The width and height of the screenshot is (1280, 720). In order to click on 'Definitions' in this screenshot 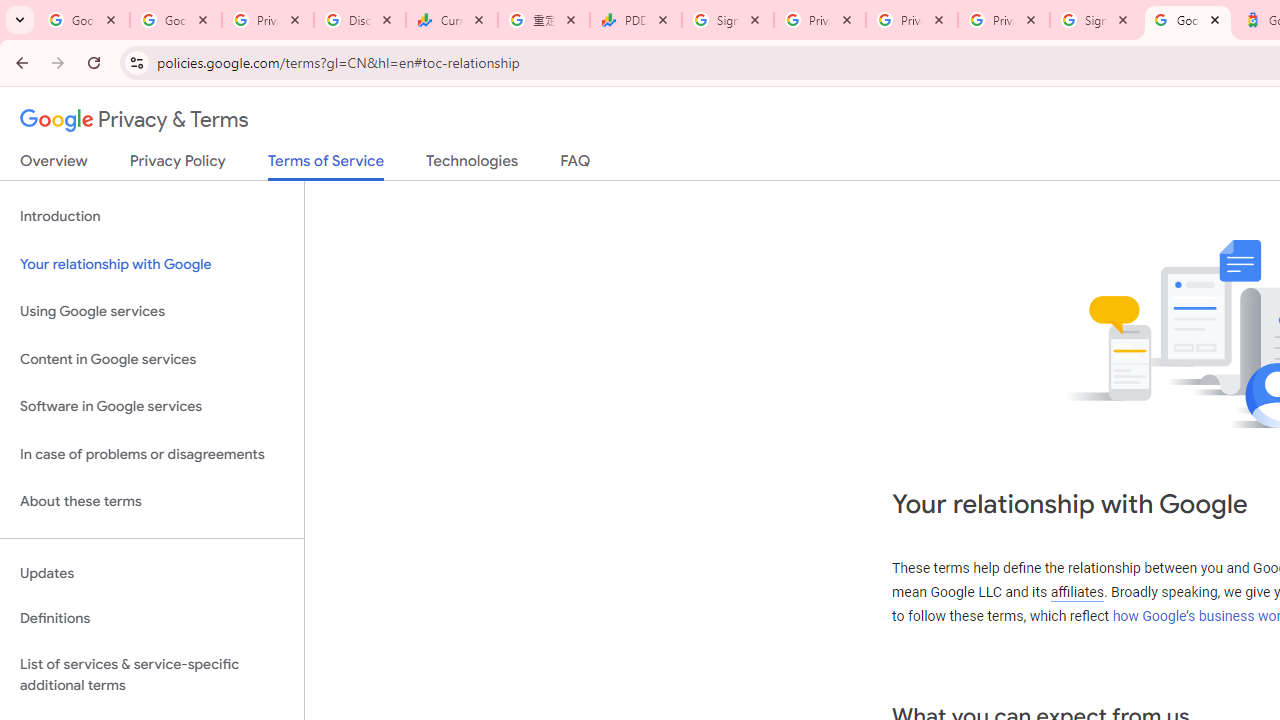, I will do `click(151, 618)`.